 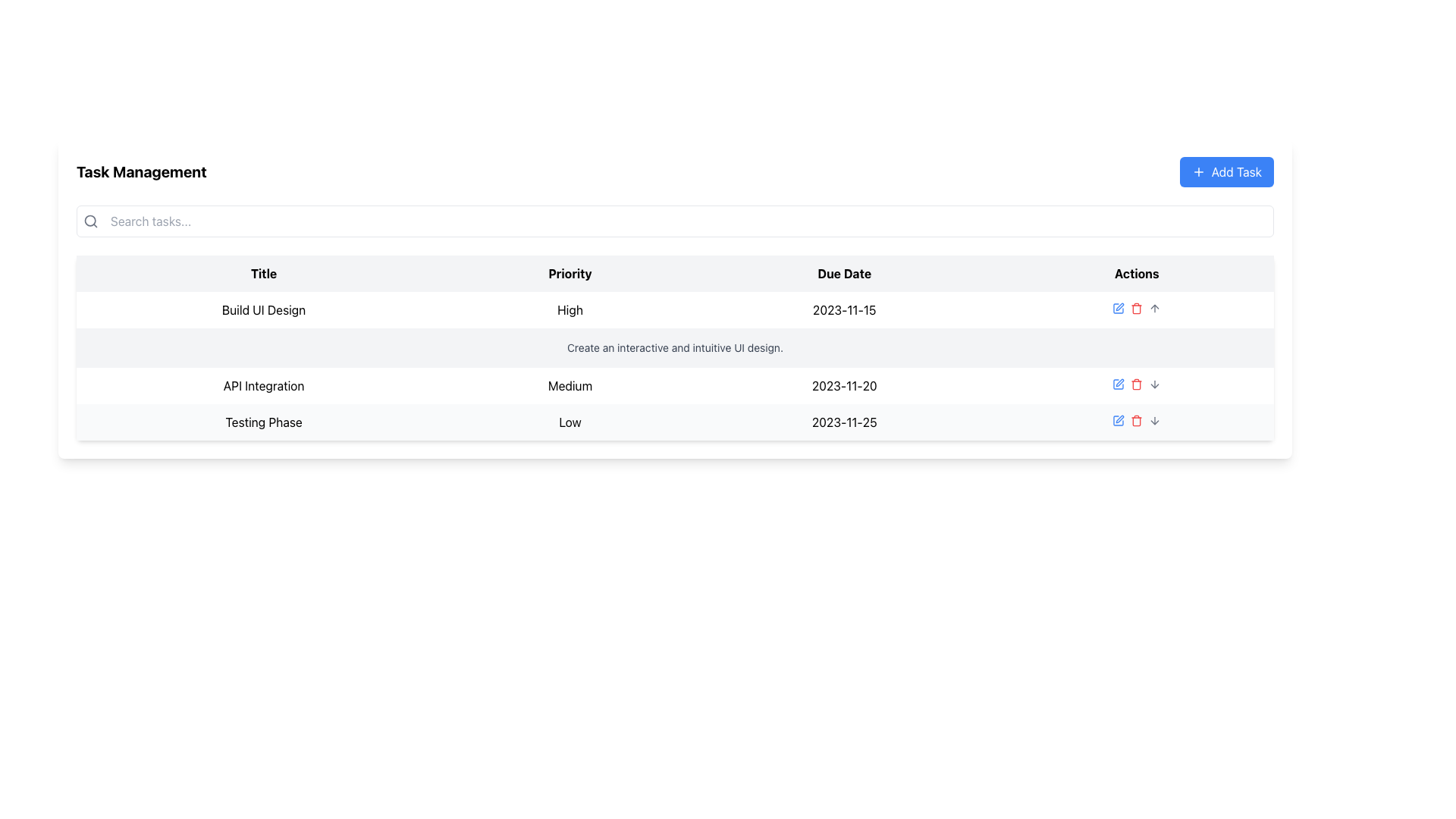 I want to click on the text label displaying the due date '2023-11-15' in the 'Build UI Design' table row, which is the third cell under the 'Due Date' column, so click(x=843, y=309).